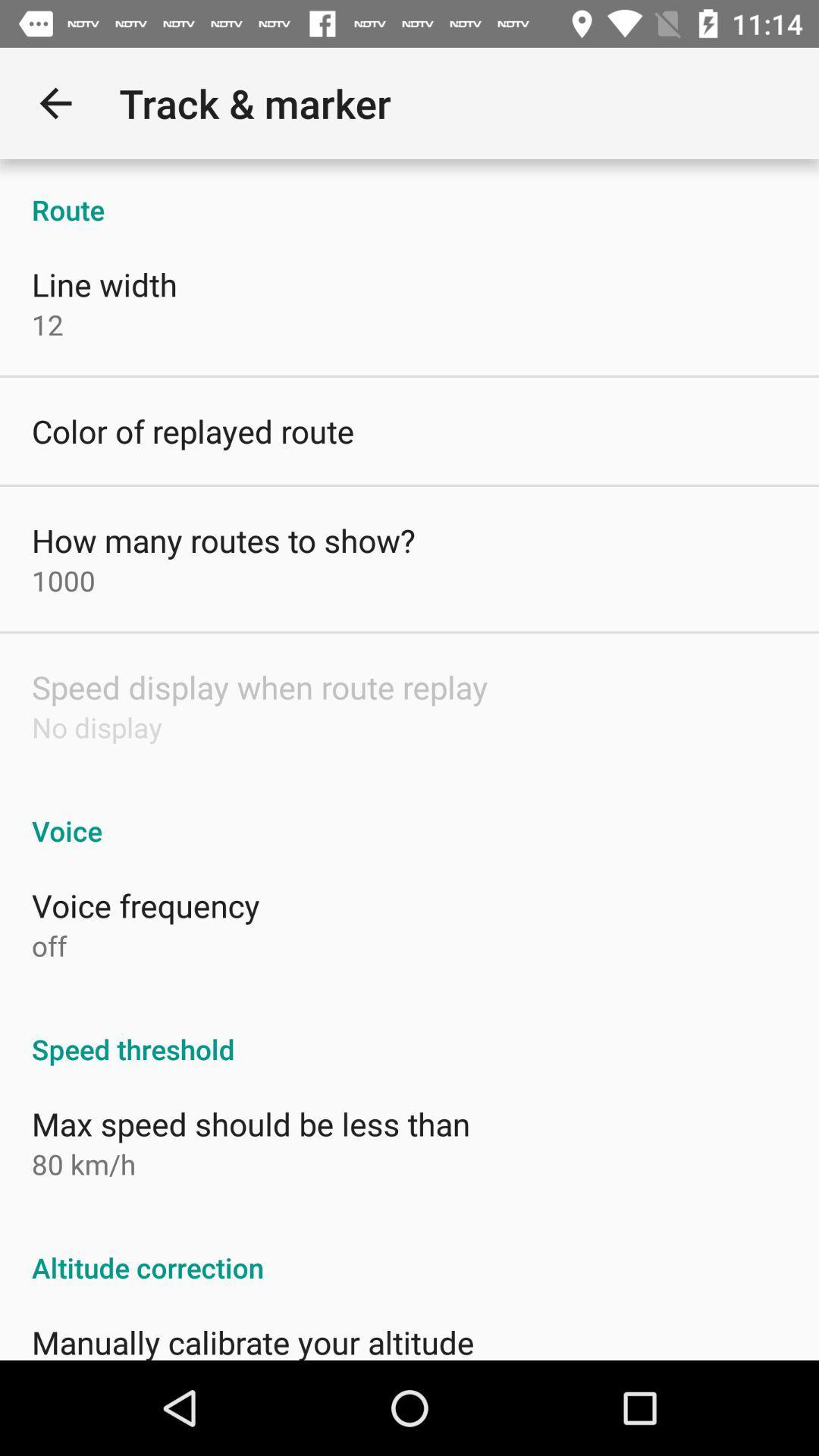 Image resolution: width=819 pixels, height=1456 pixels. Describe the element at coordinates (409, 1032) in the screenshot. I see `speed threshold item` at that location.